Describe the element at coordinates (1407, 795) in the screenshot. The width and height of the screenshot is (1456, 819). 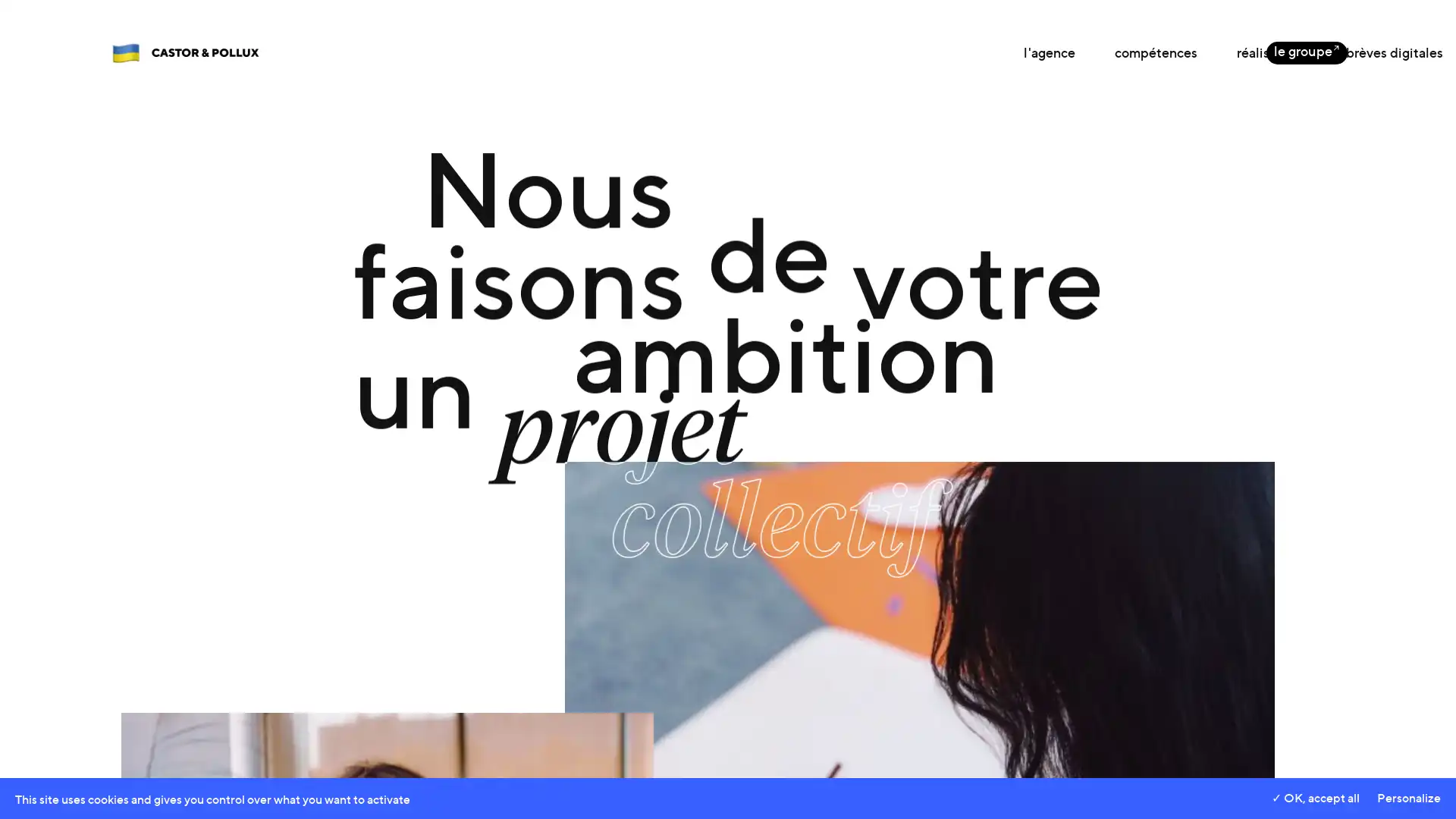
I see `Personalize` at that location.